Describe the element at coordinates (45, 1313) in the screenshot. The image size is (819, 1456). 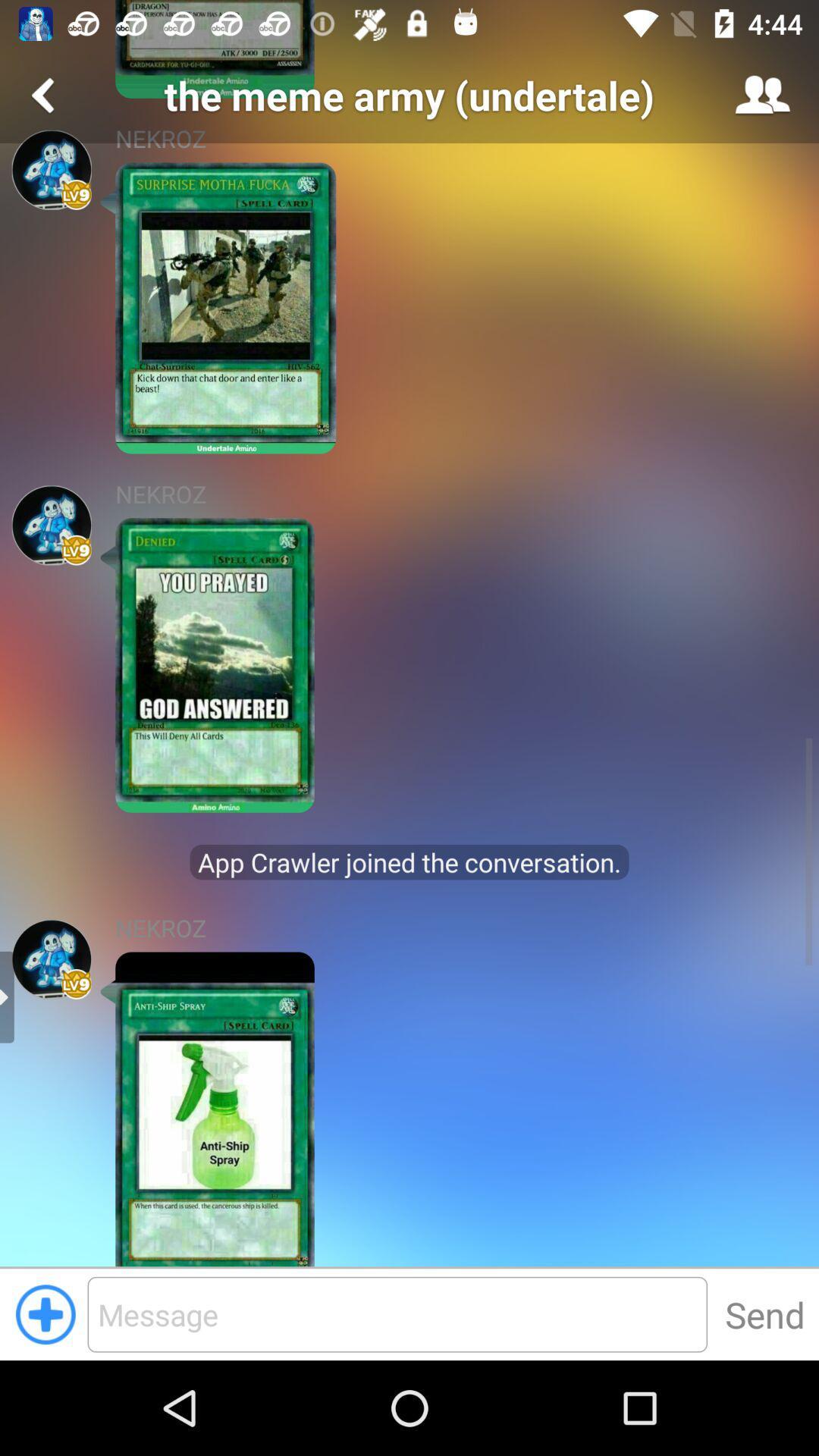
I see `option` at that location.